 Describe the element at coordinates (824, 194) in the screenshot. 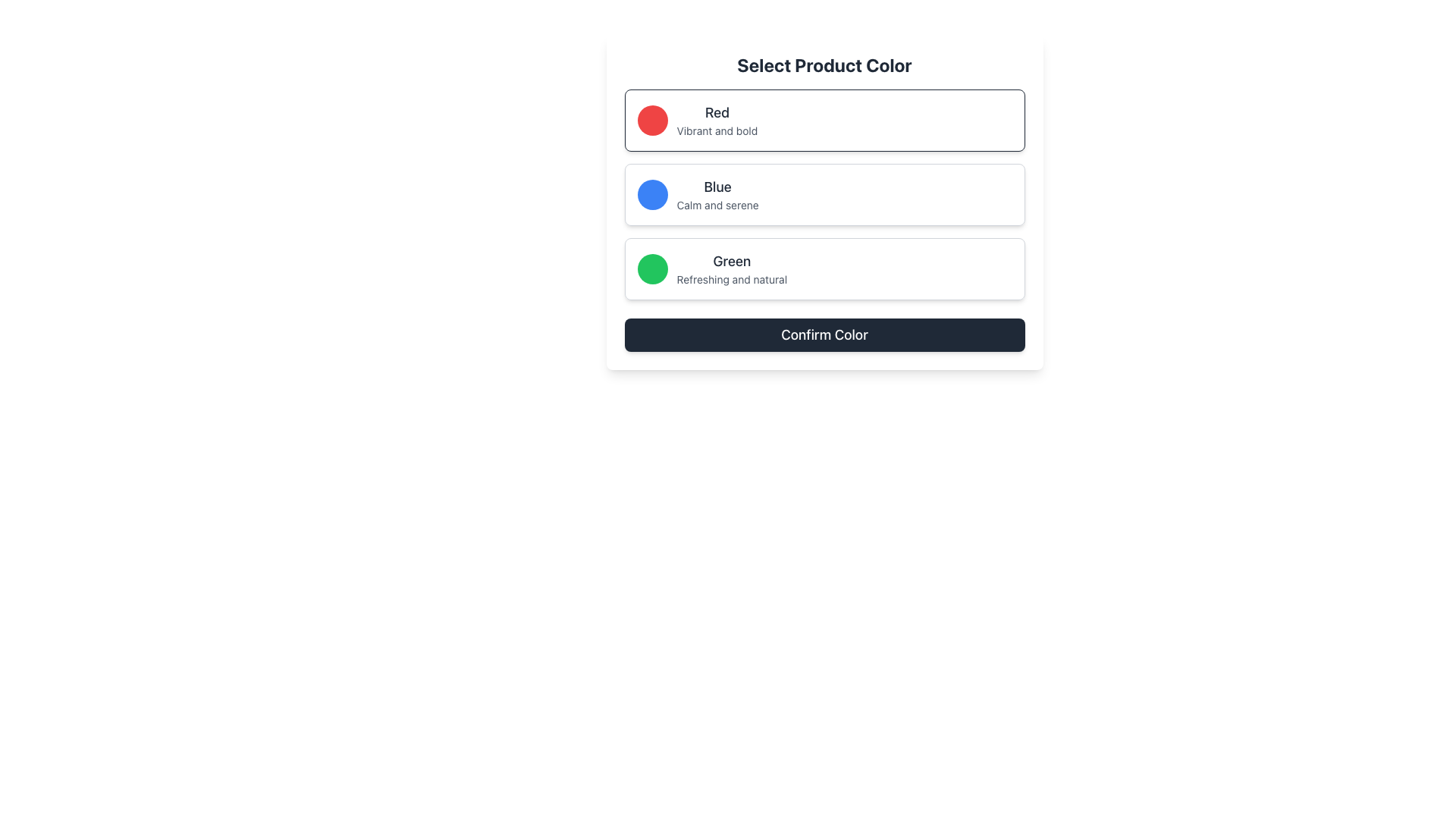

I see `the second button in the color selection list` at that location.